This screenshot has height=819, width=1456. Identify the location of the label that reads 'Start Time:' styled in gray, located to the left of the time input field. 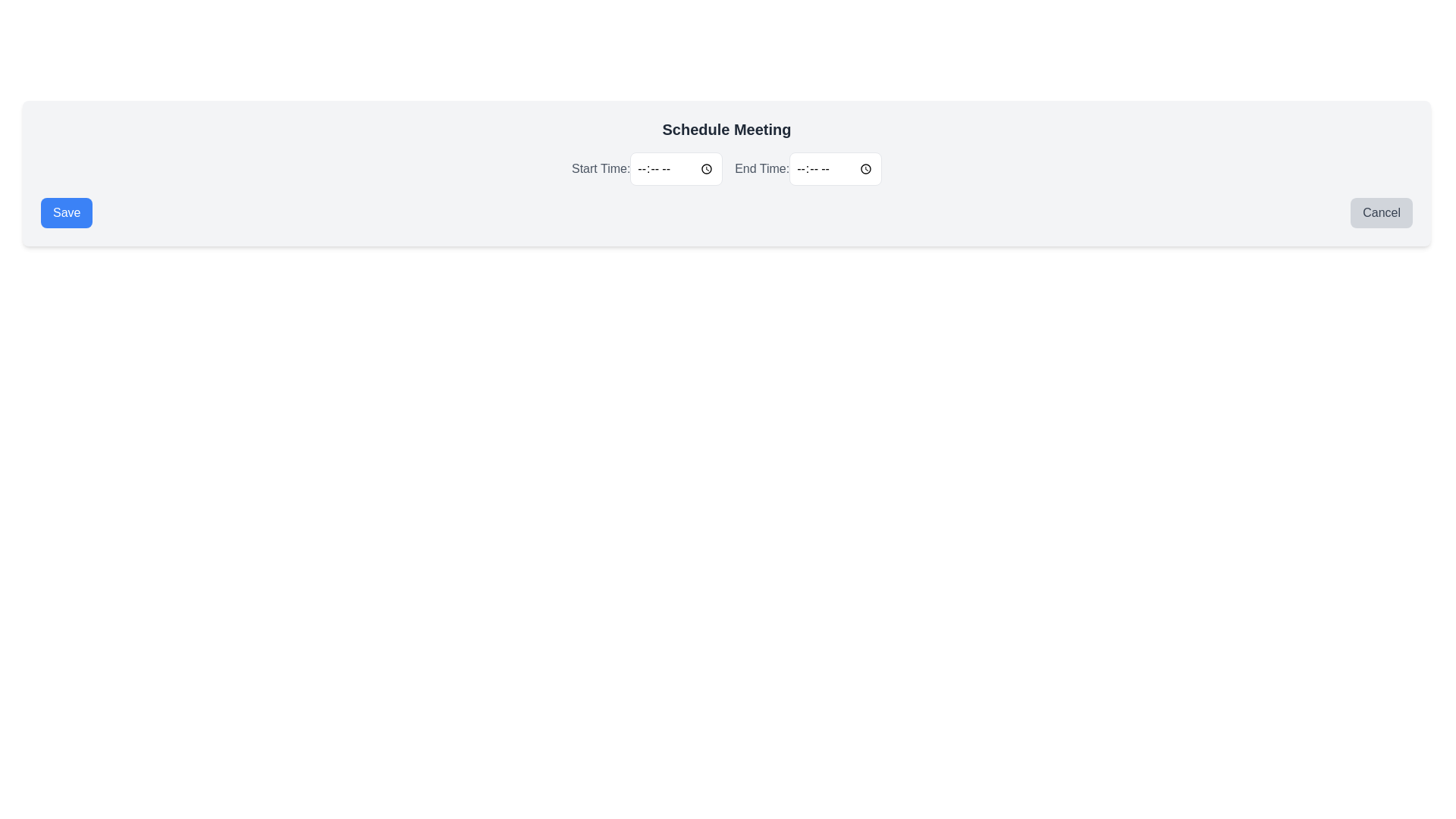
(600, 168).